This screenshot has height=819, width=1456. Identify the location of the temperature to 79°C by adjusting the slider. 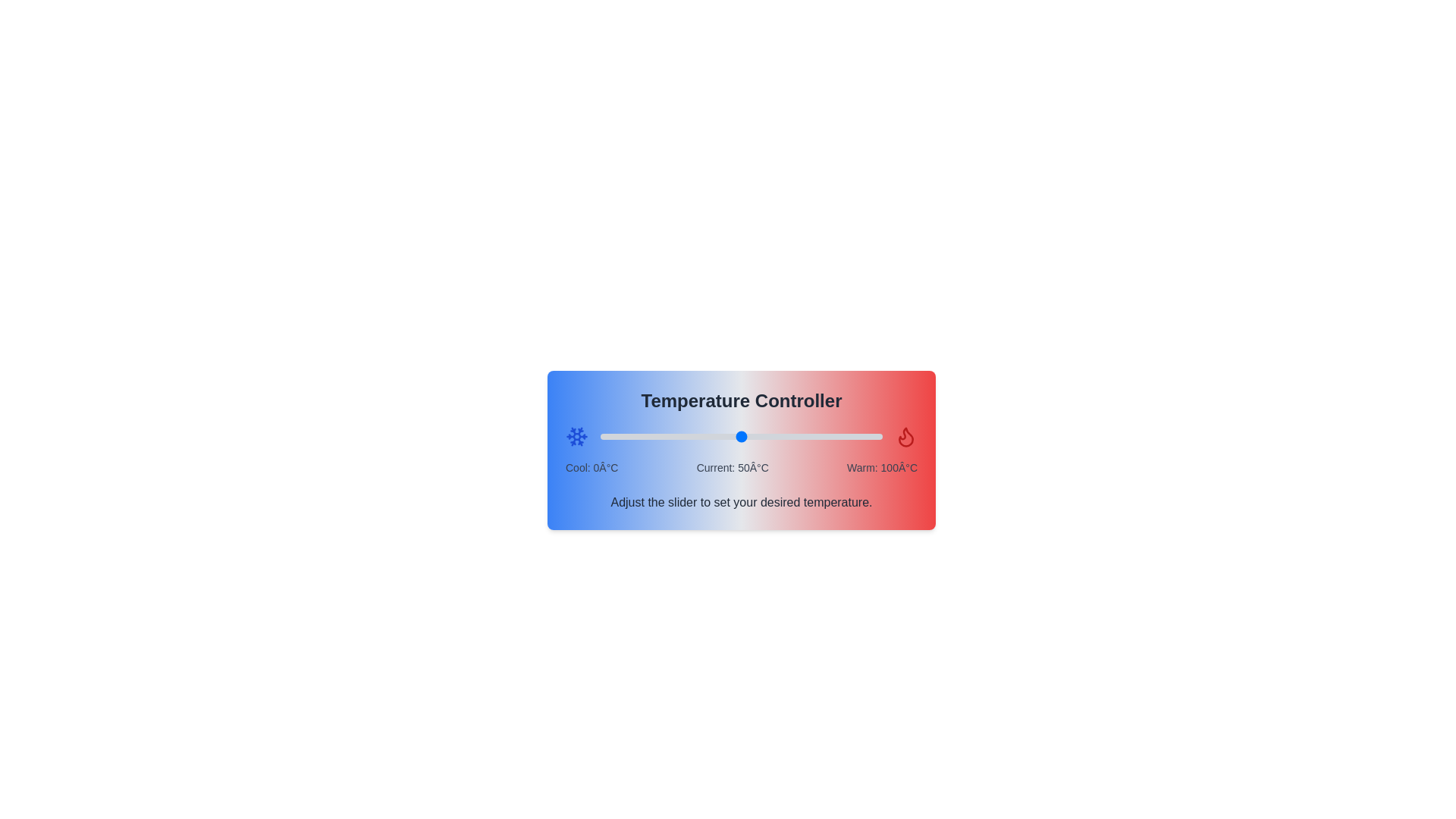
(822, 436).